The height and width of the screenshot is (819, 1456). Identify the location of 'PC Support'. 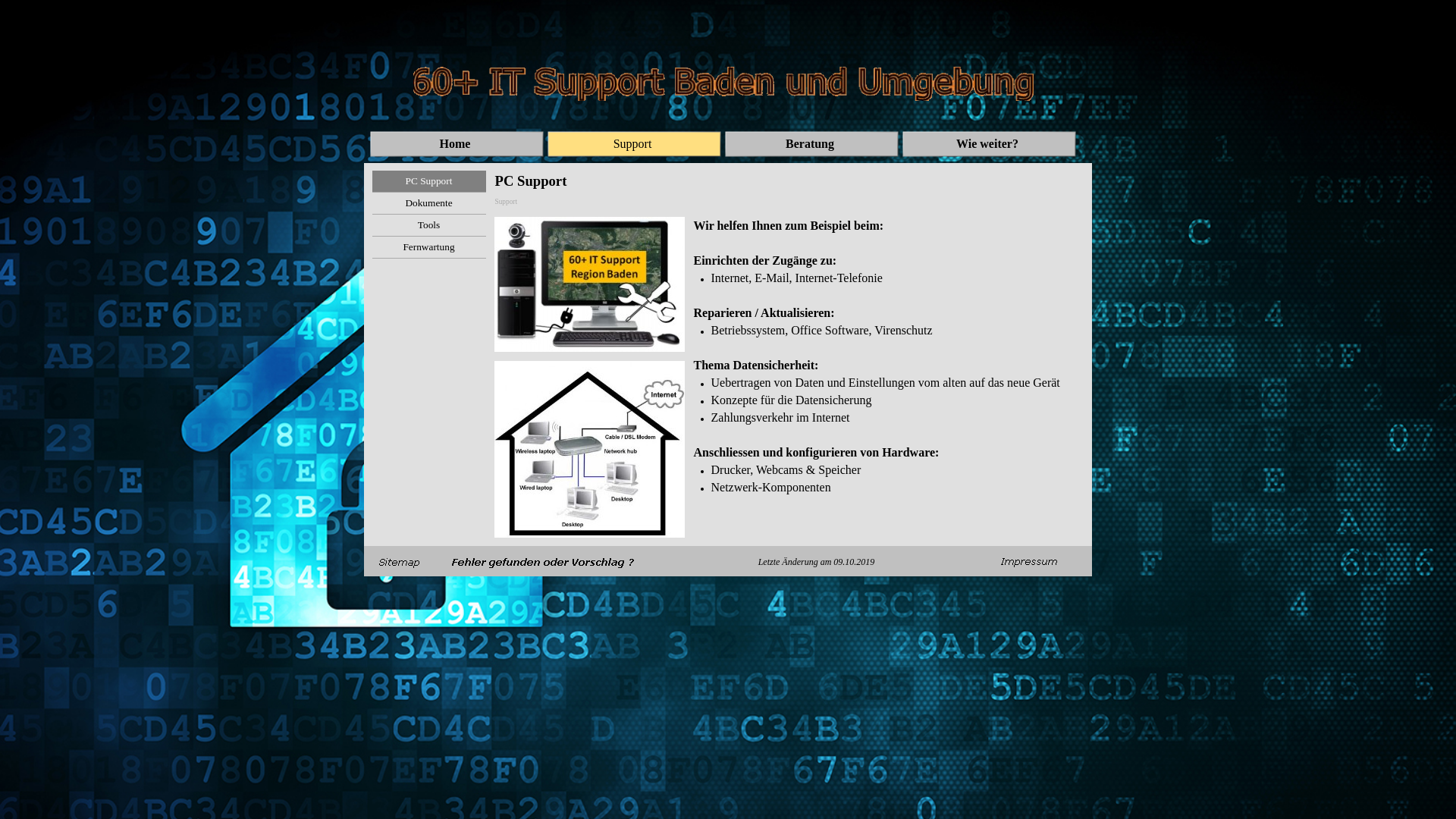
(428, 180).